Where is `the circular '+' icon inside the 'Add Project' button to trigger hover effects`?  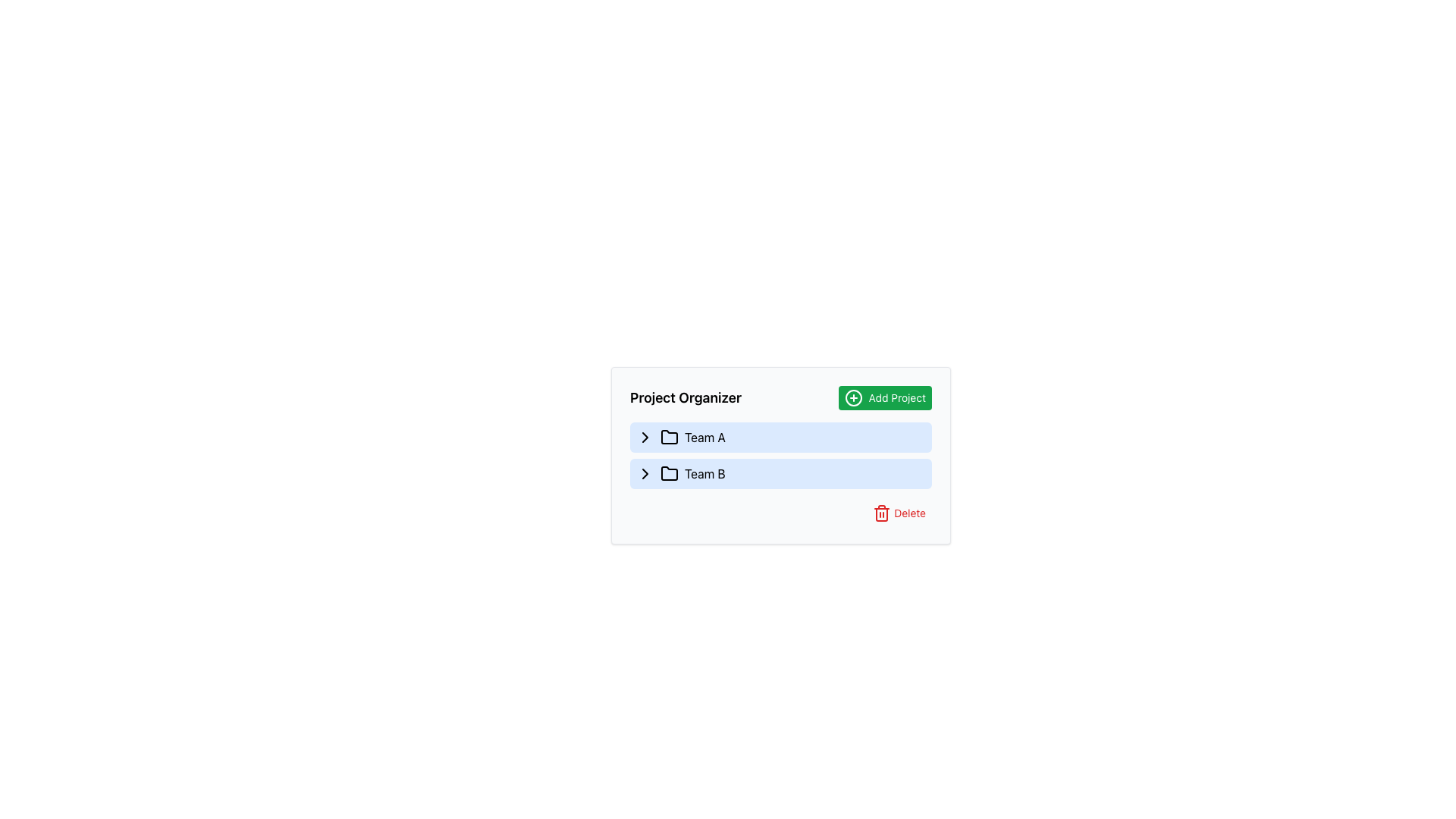 the circular '+' icon inside the 'Add Project' button to trigger hover effects is located at coordinates (853, 397).